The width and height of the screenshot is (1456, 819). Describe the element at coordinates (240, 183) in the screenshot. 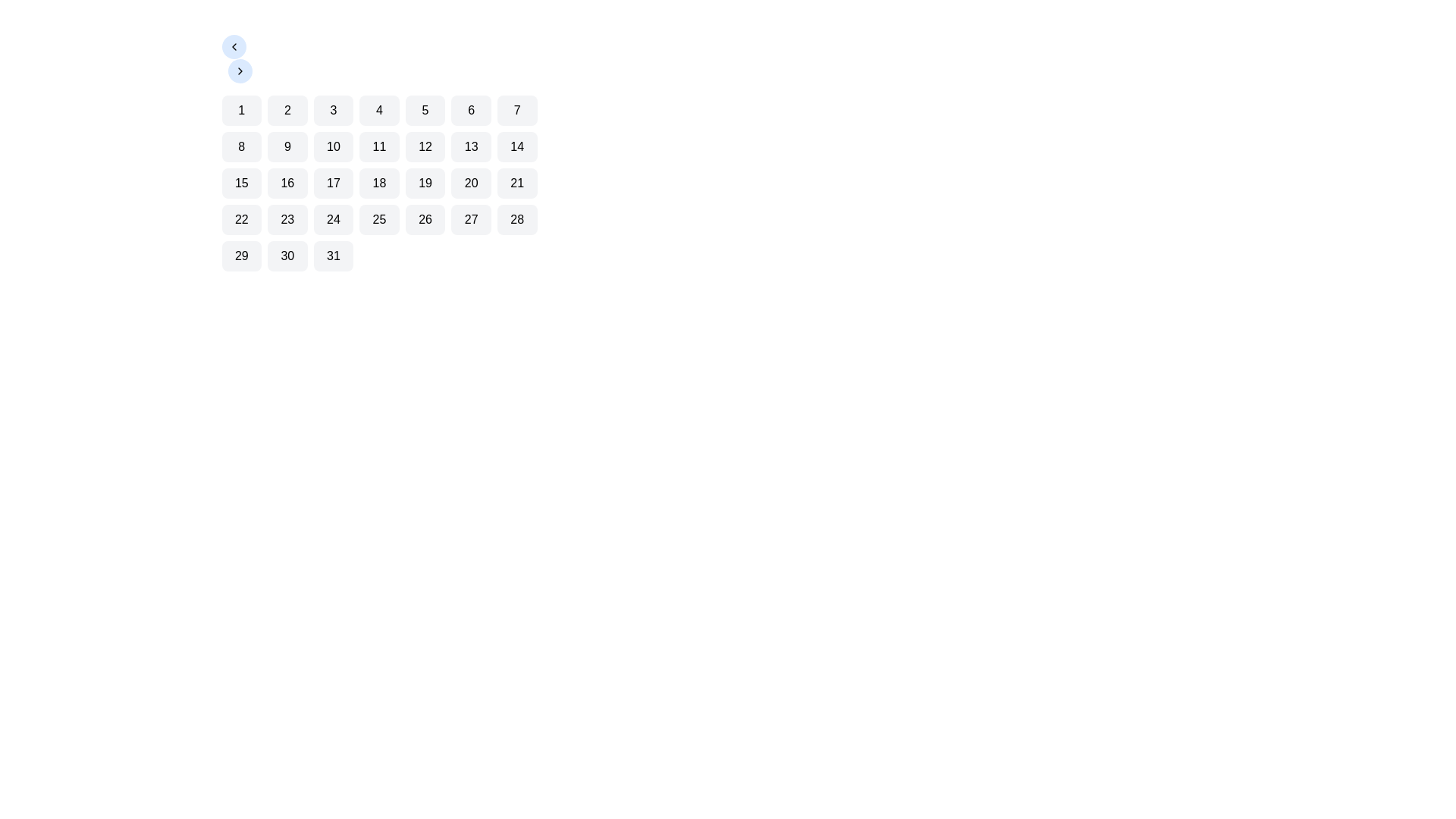

I see `the button representing the 15th day of the month in the calendar grid` at that location.